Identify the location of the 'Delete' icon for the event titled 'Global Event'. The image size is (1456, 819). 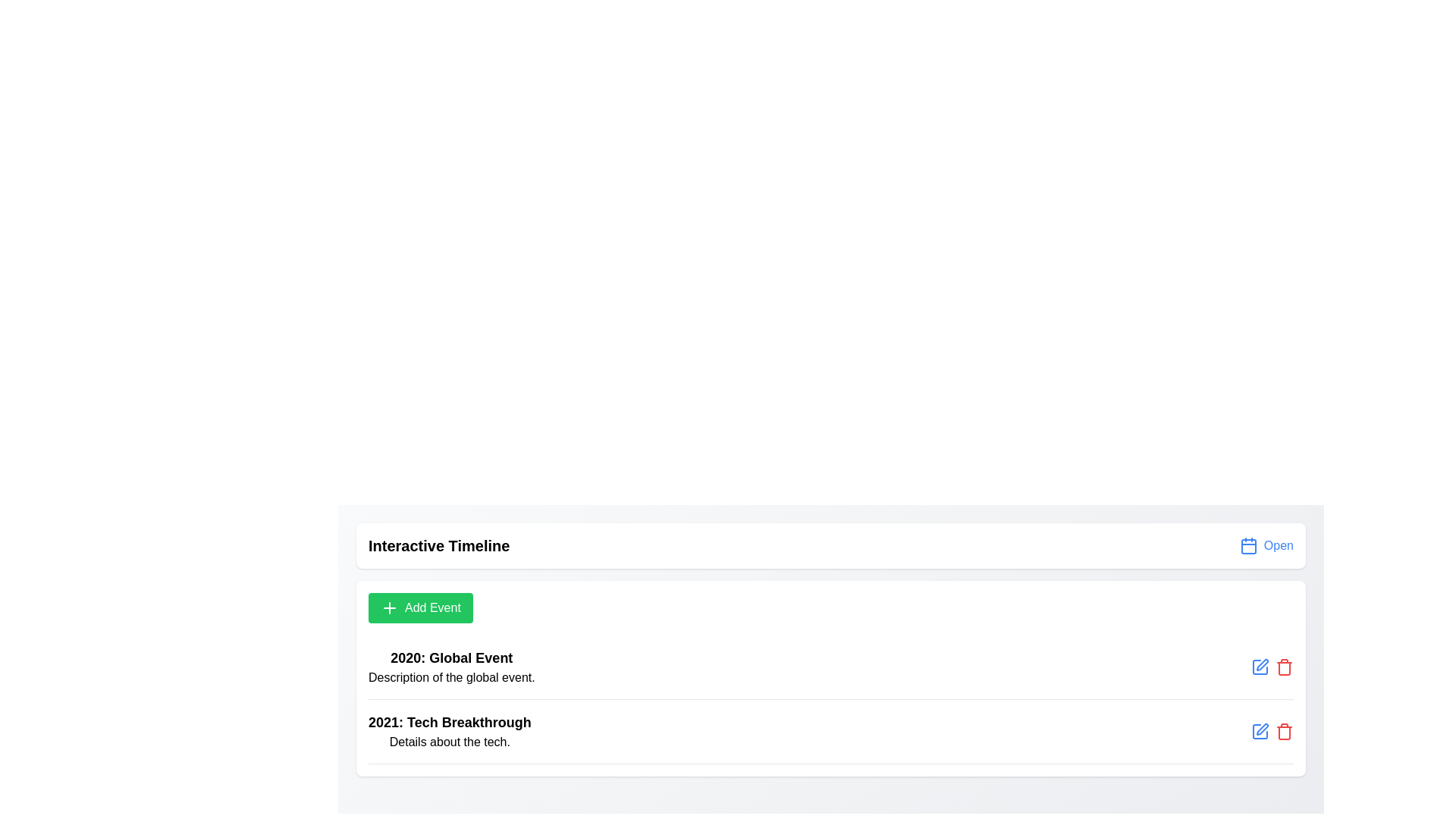
(1284, 666).